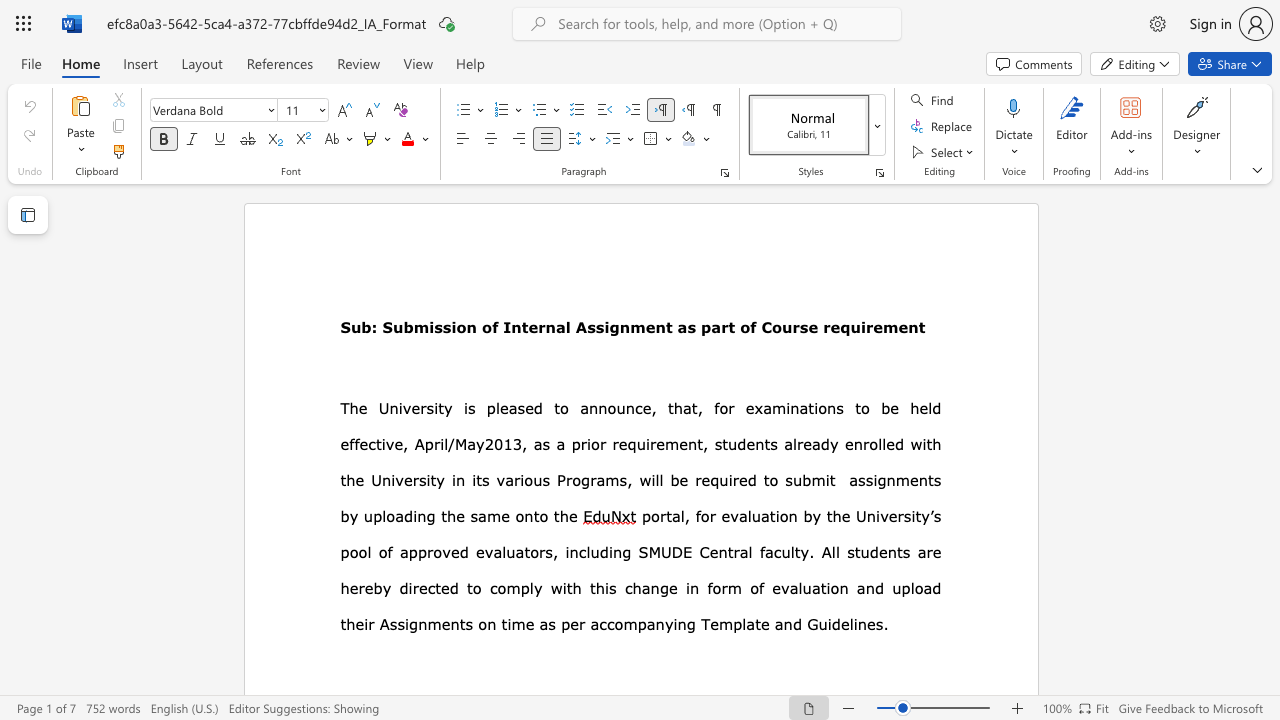 This screenshot has height=720, width=1280. What do you see at coordinates (611, 552) in the screenshot?
I see `the subset text "ng SMUDE Central faculty. All students are hereby directe" within the text "for evaluation by the University’s pool of approved evaluators, including SMUDE Central faculty. All students are hereby directed to"` at bounding box center [611, 552].